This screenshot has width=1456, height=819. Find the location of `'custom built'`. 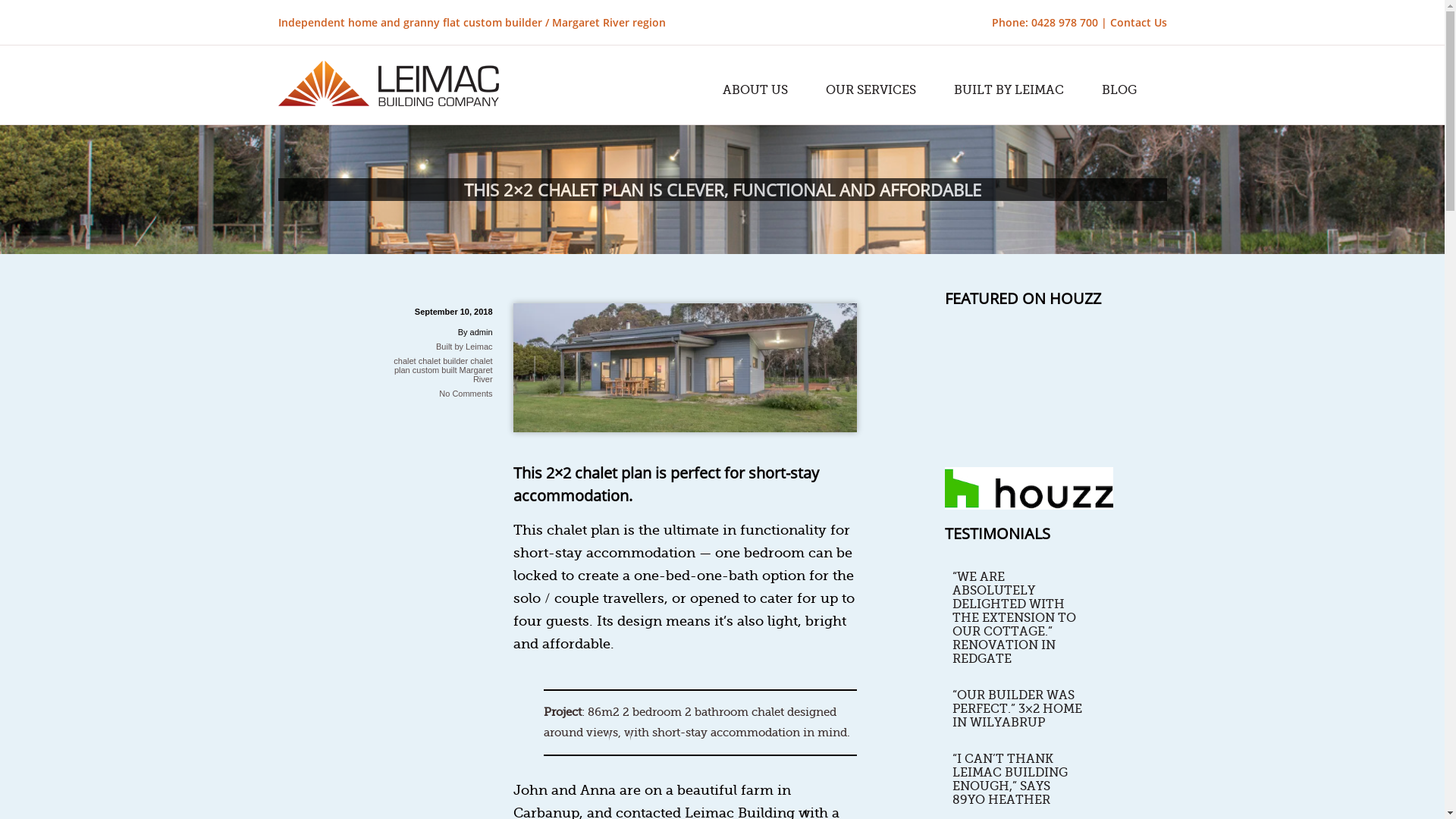

'custom built' is located at coordinates (434, 370).